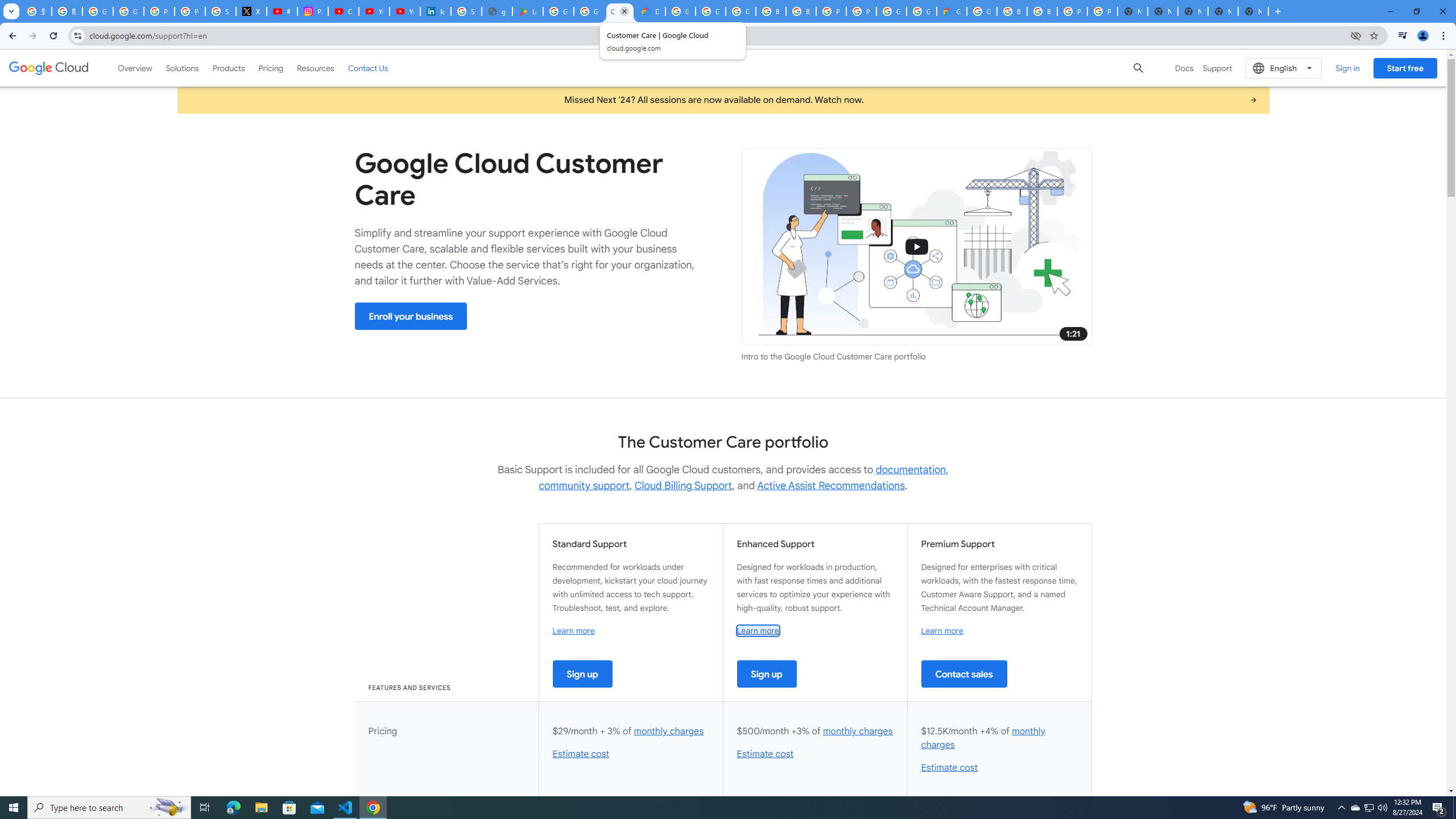  What do you see at coordinates (619, 11) in the screenshot?
I see `'Customer Care | Google Cloud'` at bounding box center [619, 11].